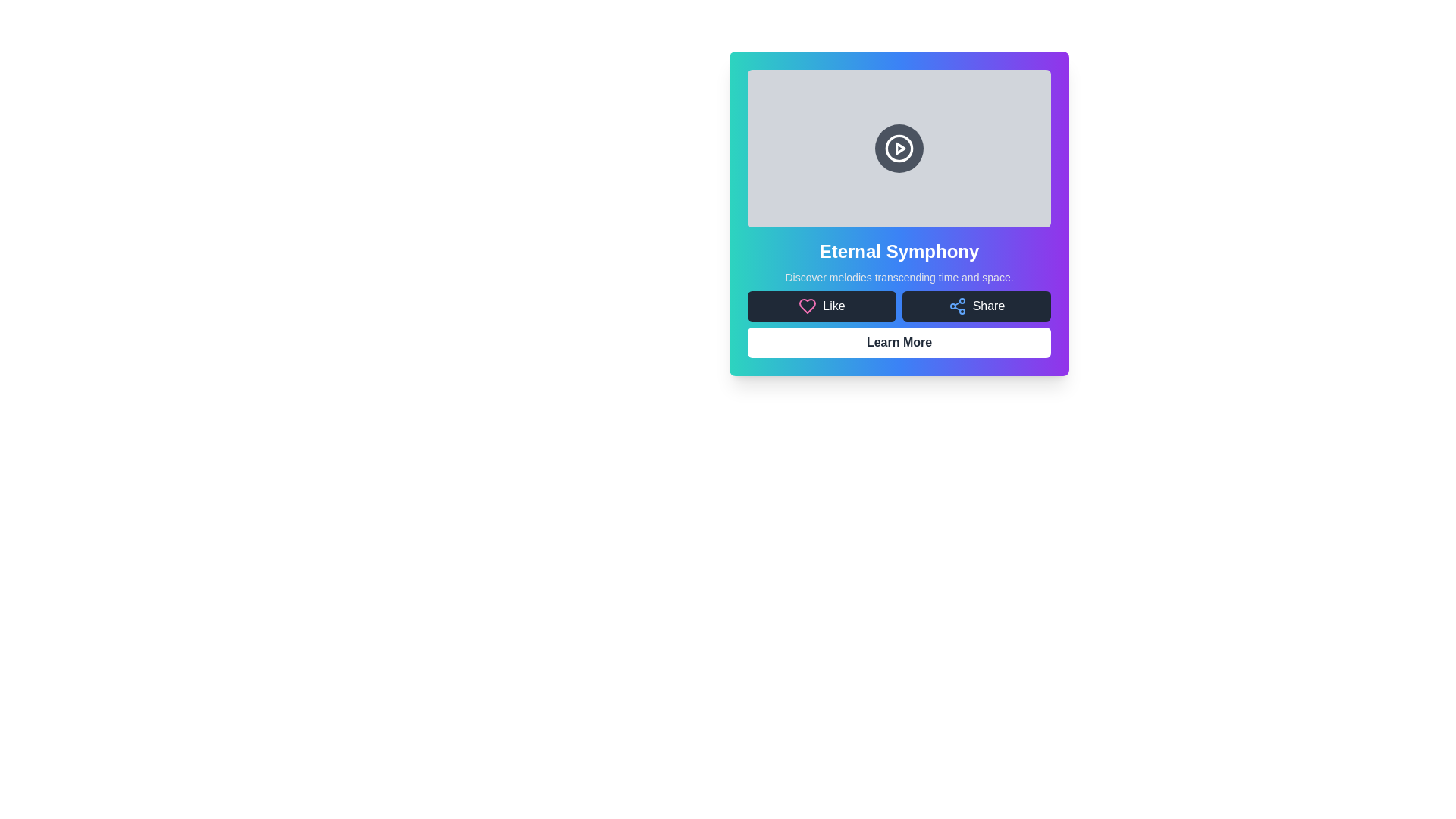 This screenshot has height=819, width=1456. Describe the element at coordinates (899, 278) in the screenshot. I see `Text Label displaying 'Discover melodies transcending time and space.' which is styled in small gray font, located below the title 'Eternal Symphony' and above the 'Like' and 'Share' buttons` at that location.